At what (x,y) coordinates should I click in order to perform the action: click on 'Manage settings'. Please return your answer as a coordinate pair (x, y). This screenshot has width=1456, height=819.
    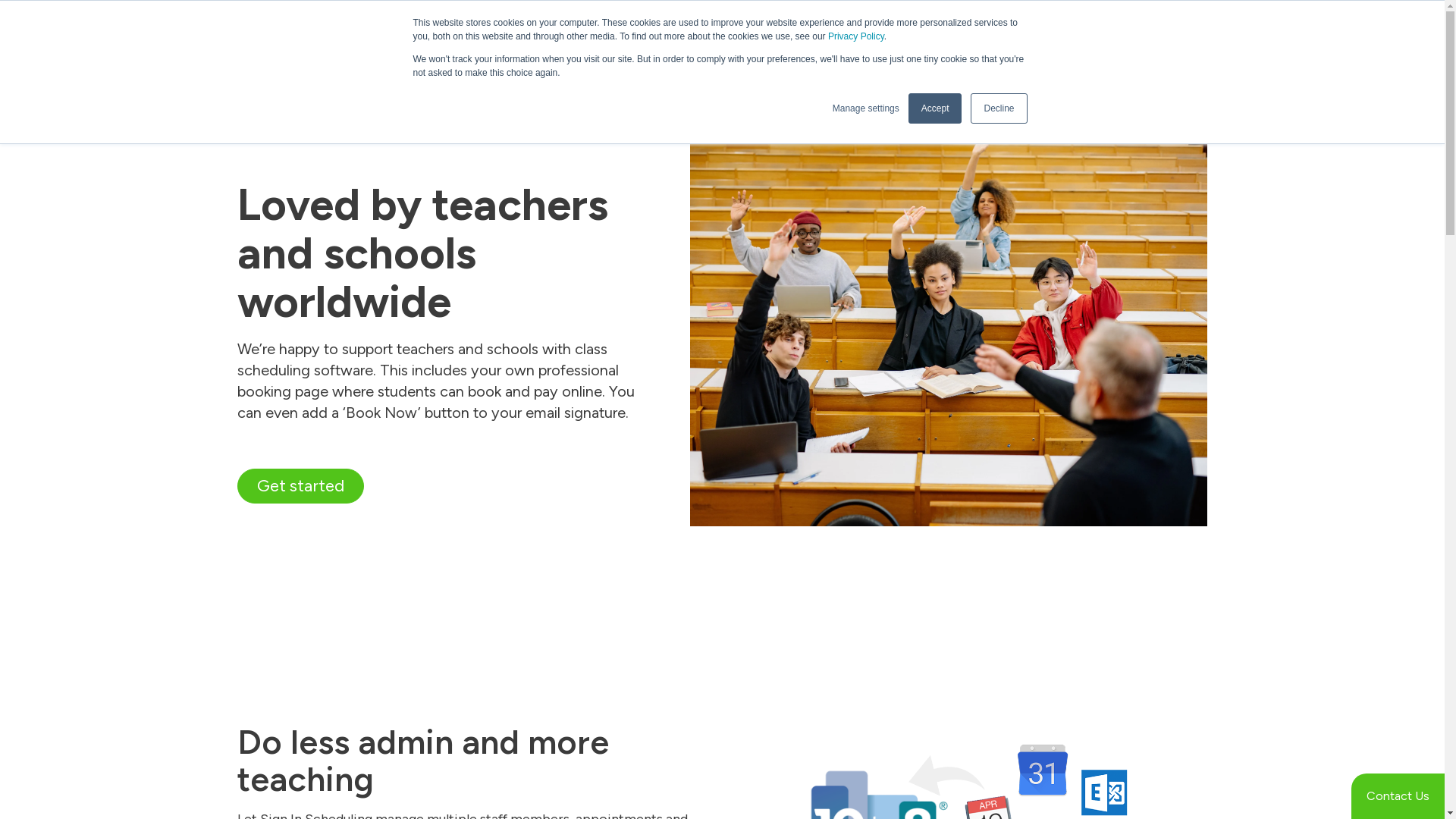
    Looking at the image, I should click on (866, 107).